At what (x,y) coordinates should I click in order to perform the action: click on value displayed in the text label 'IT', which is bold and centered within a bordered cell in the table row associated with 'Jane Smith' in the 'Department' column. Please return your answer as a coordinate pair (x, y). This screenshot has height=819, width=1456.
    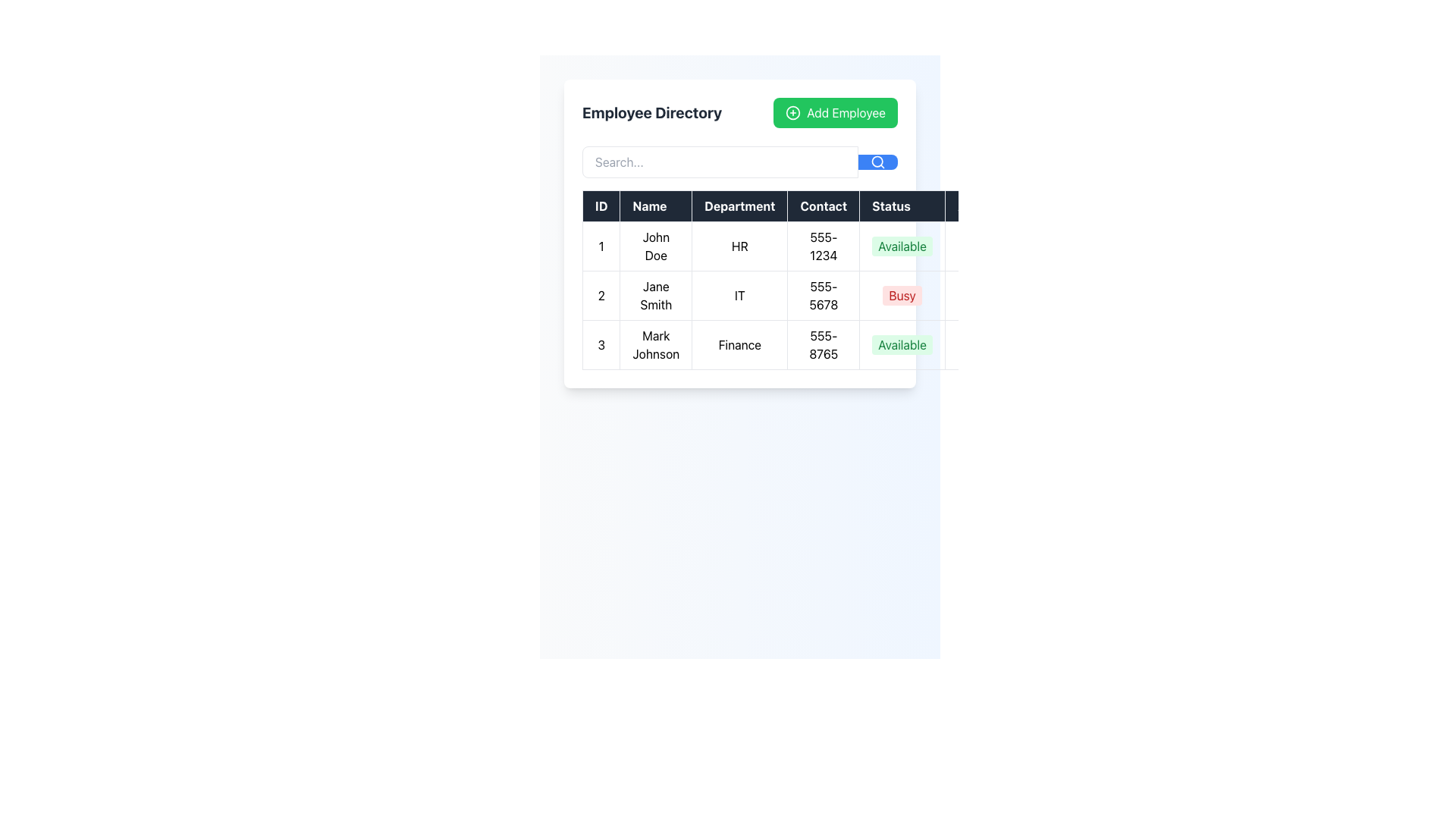
    Looking at the image, I should click on (739, 295).